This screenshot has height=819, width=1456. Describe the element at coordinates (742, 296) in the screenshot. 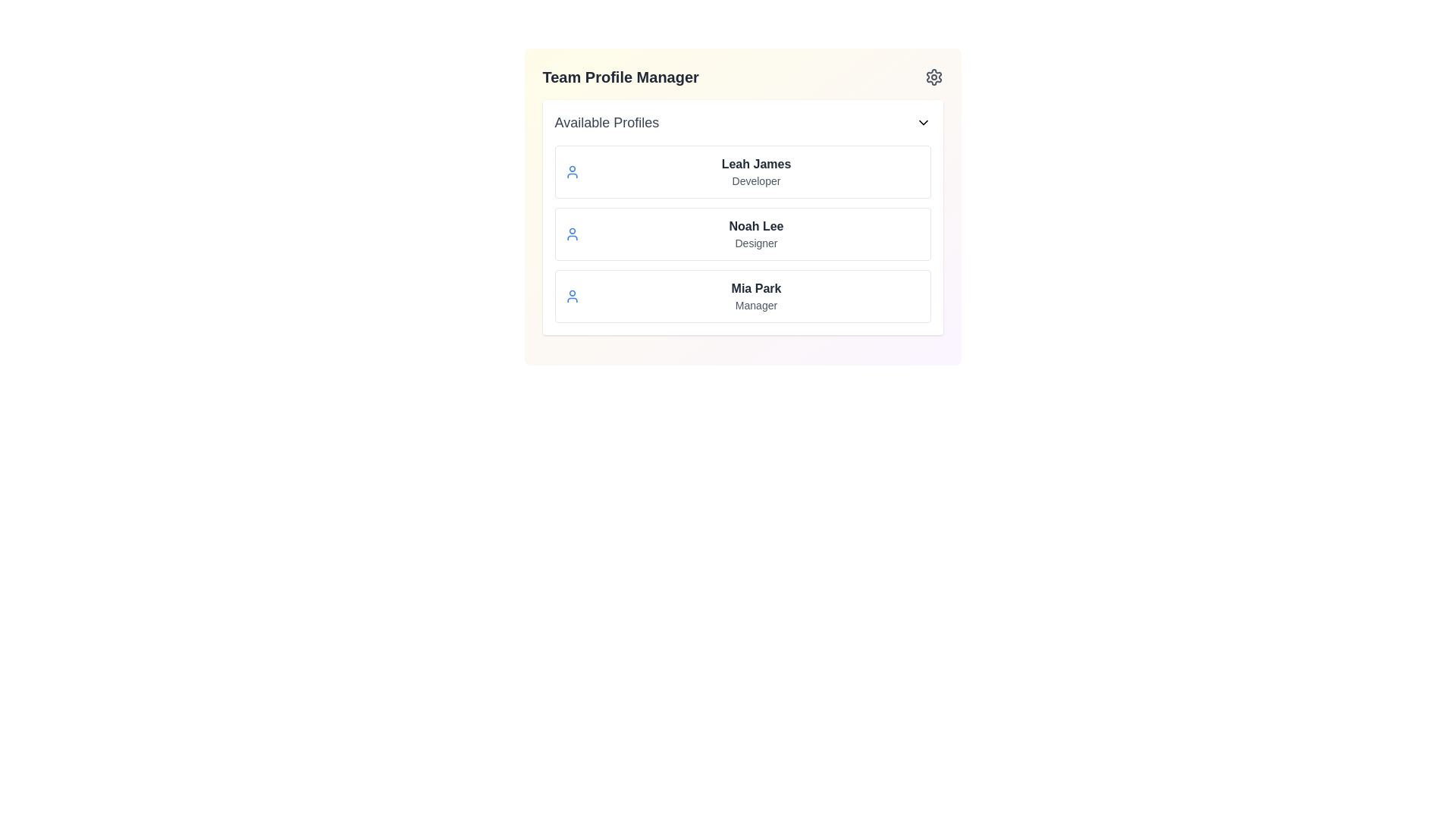

I see `the third list item in the 'Available Profiles' section, which displays the user 'Mia Park' and reveals additional options` at that location.